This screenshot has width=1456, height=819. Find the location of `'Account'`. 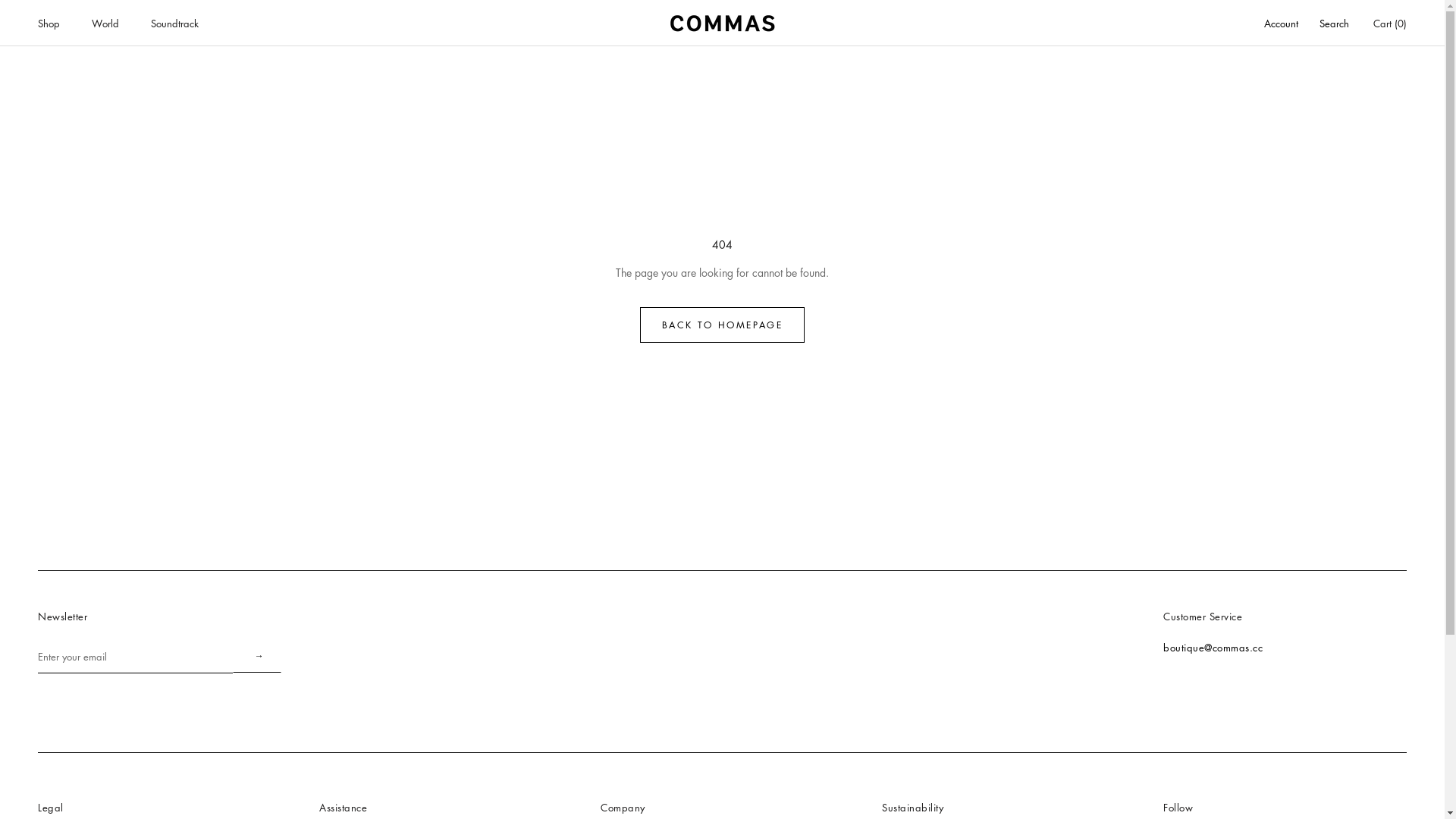

'Account' is located at coordinates (1280, 24).